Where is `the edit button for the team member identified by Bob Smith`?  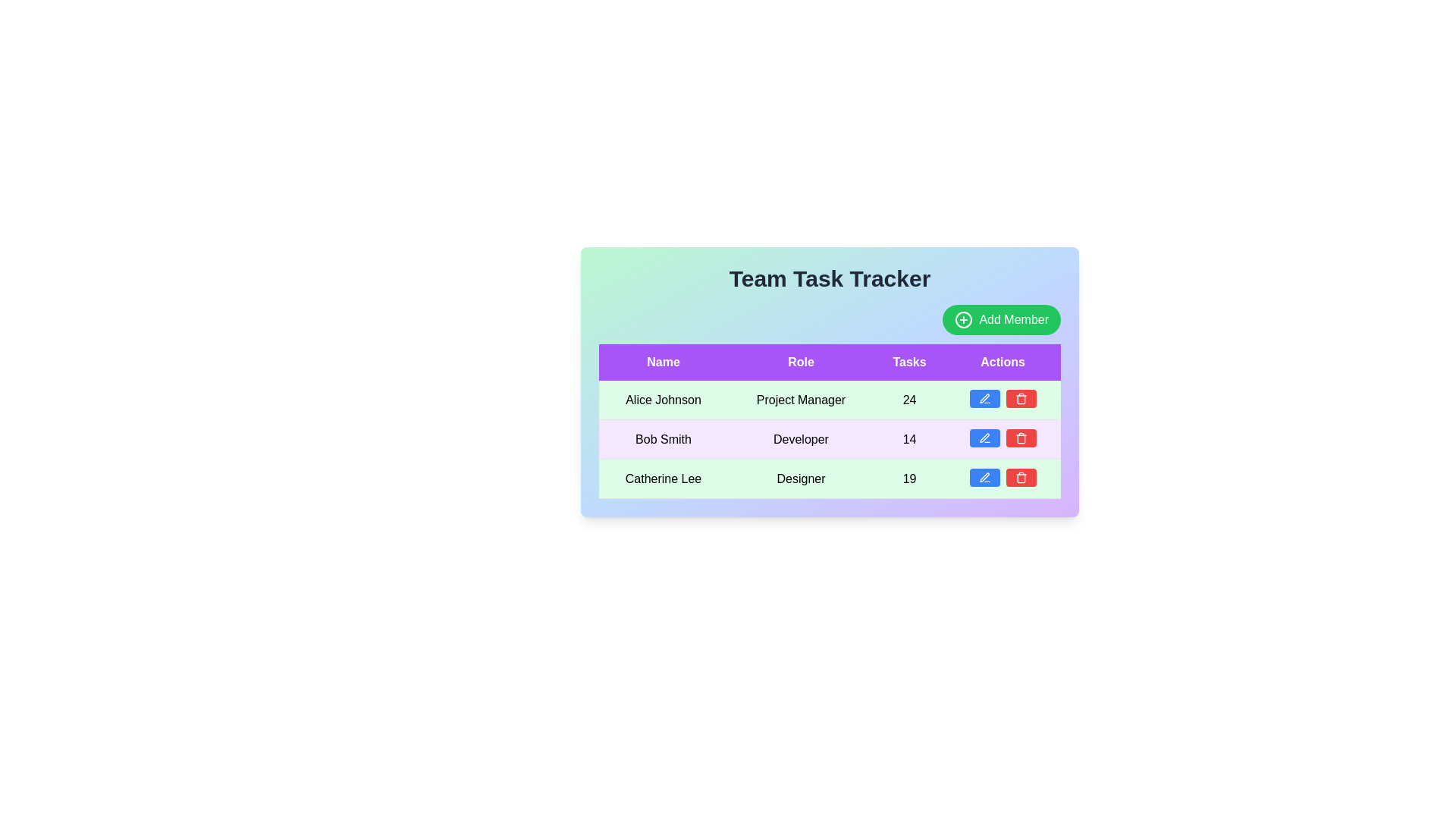 the edit button for the team member identified by Bob Smith is located at coordinates (984, 438).